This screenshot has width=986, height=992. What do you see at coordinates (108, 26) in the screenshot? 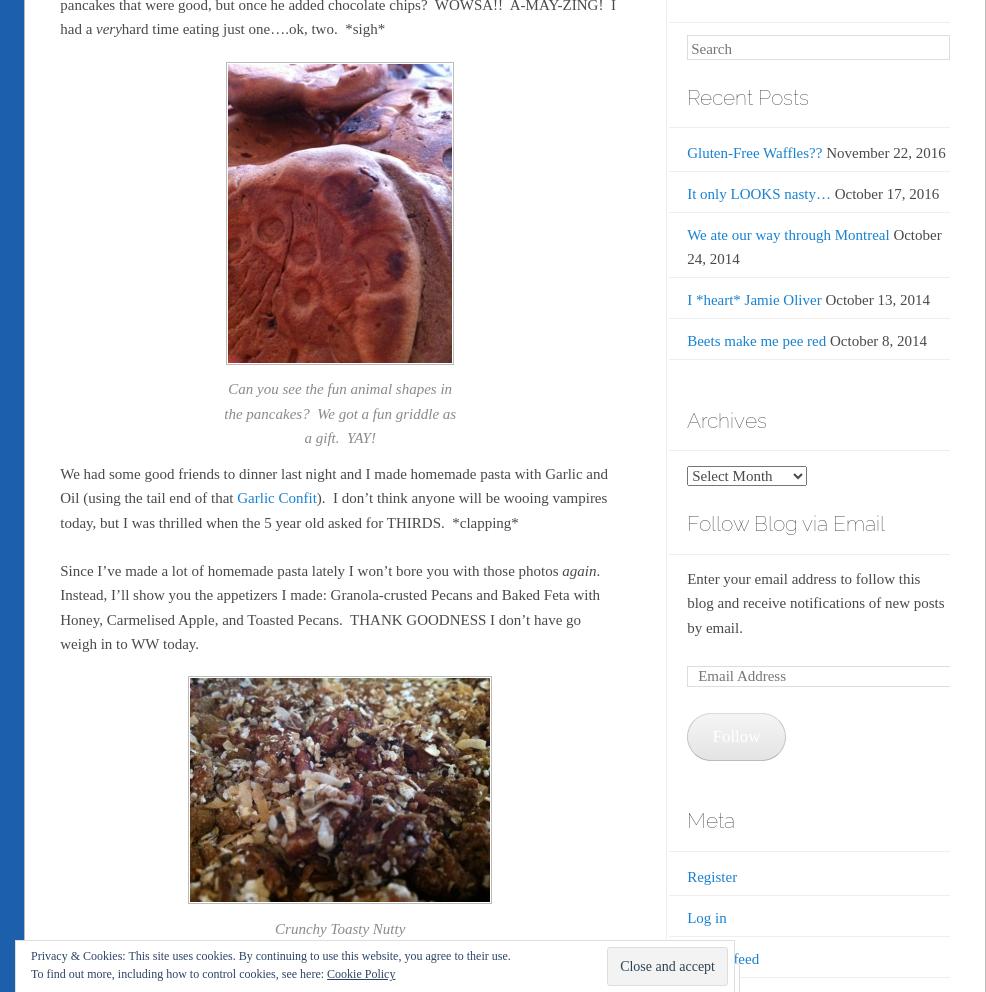
I see `'very'` at bounding box center [108, 26].